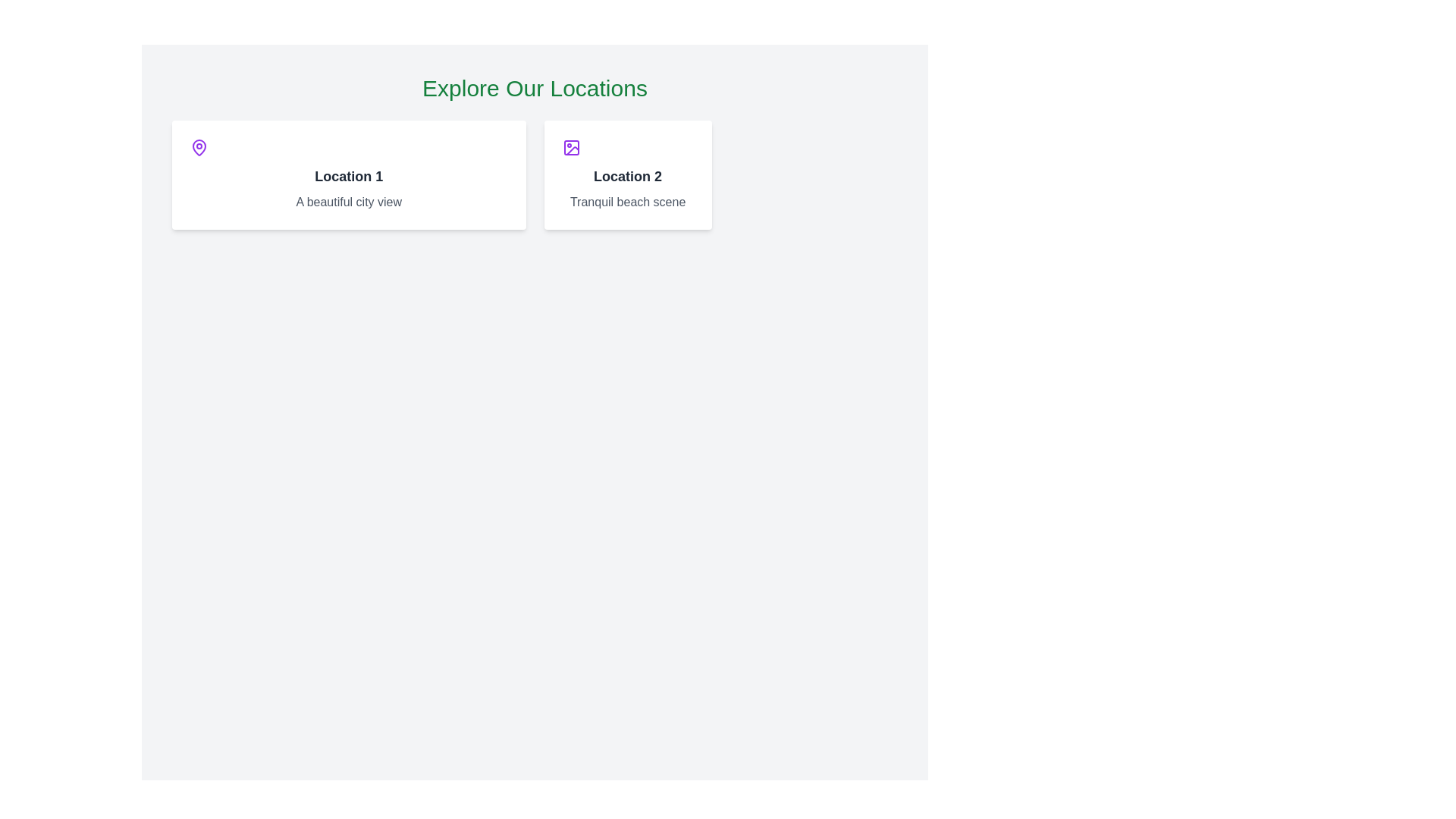 This screenshot has width=1456, height=819. What do you see at coordinates (570, 148) in the screenshot?
I see `the image icon located in the top-left corner of the second card labeled 'Location 2', which is designed with a rounded rectangular border and a mountain-like shape` at bounding box center [570, 148].